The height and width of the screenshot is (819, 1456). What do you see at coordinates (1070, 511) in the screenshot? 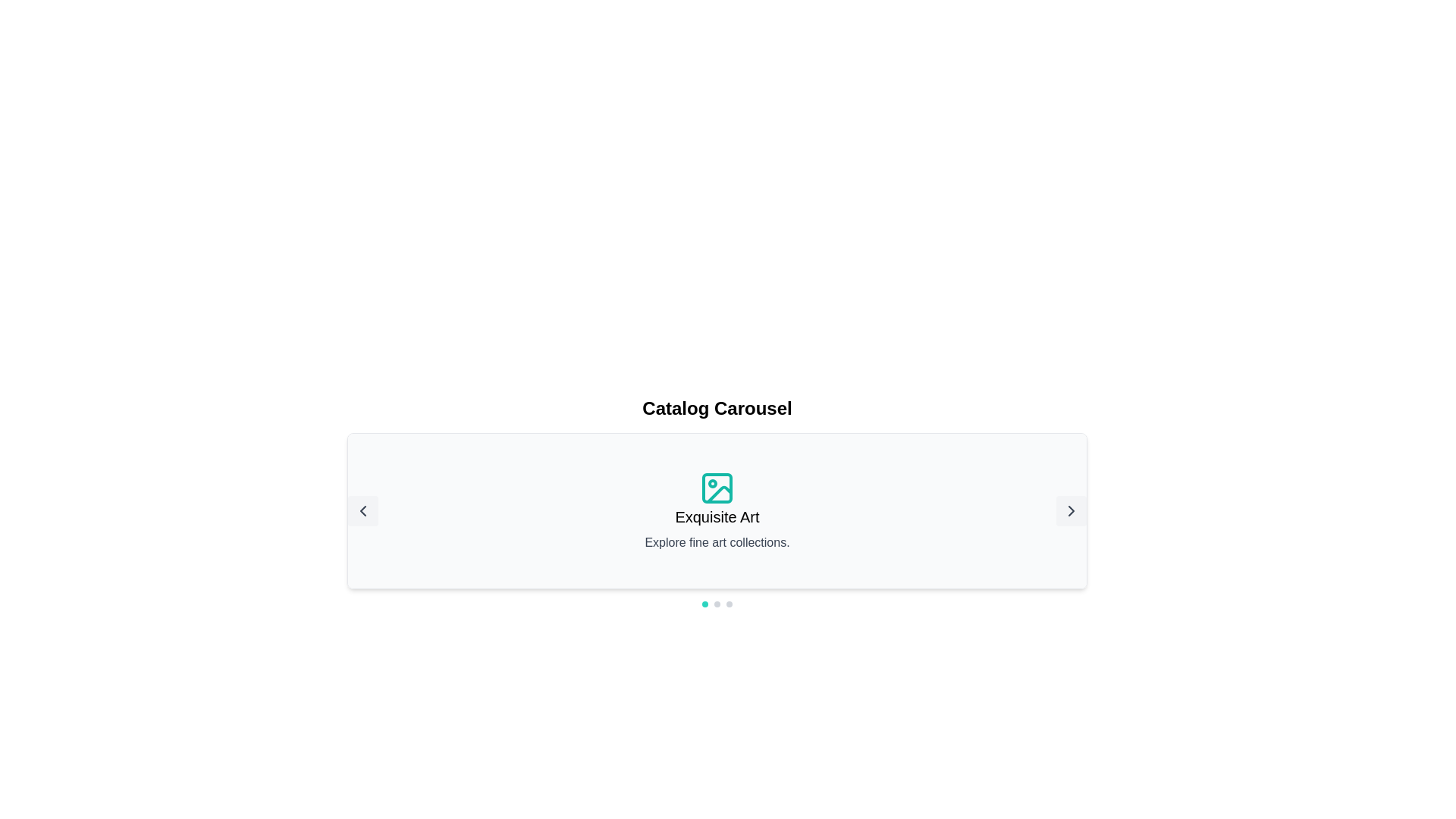
I see `the navigation icon located on the right edge of the carousel interface` at bounding box center [1070, 511].